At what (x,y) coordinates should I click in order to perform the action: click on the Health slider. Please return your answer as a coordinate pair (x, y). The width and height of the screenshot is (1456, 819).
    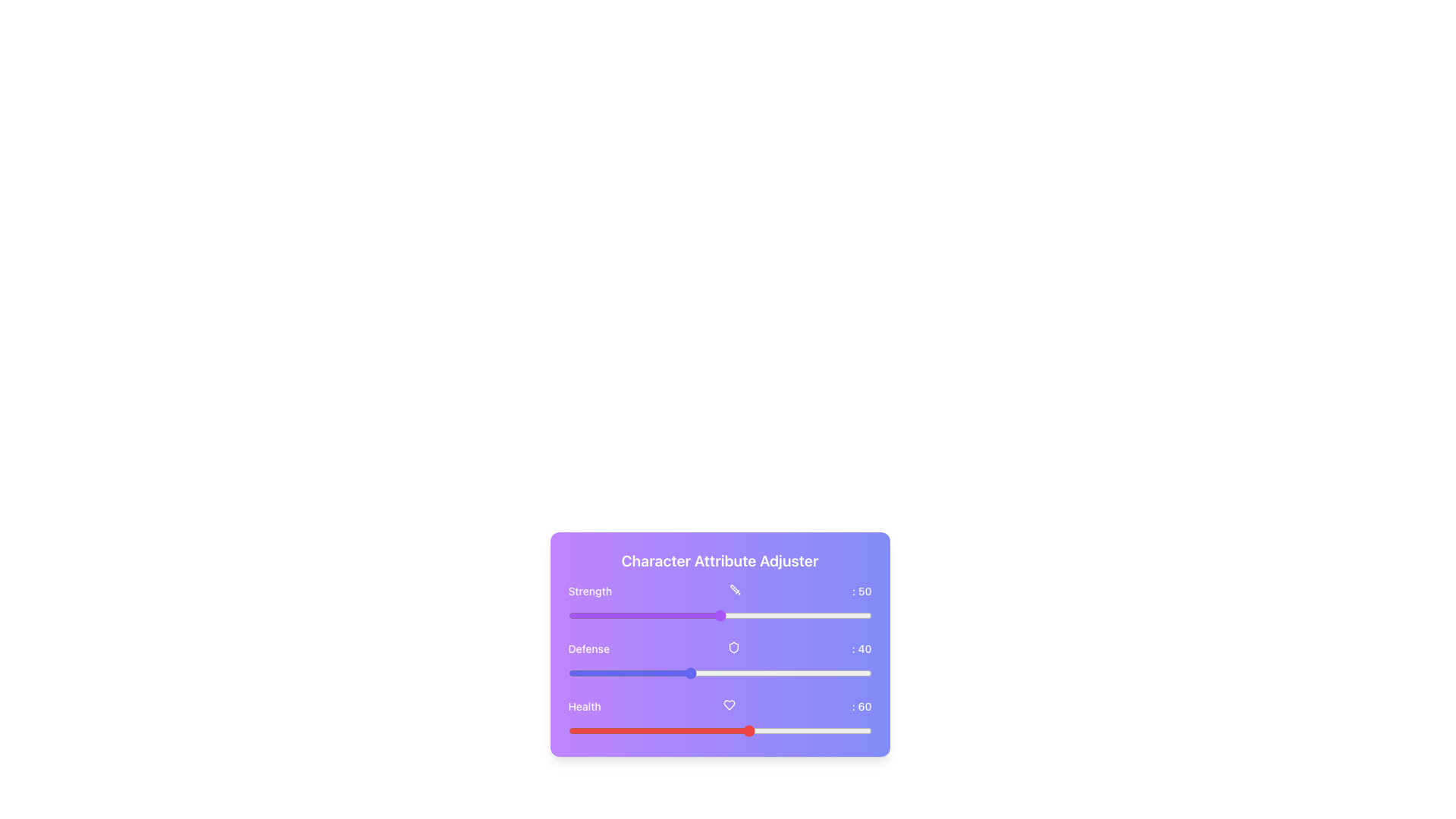
    Looking at the image, I should click on (719, 730).